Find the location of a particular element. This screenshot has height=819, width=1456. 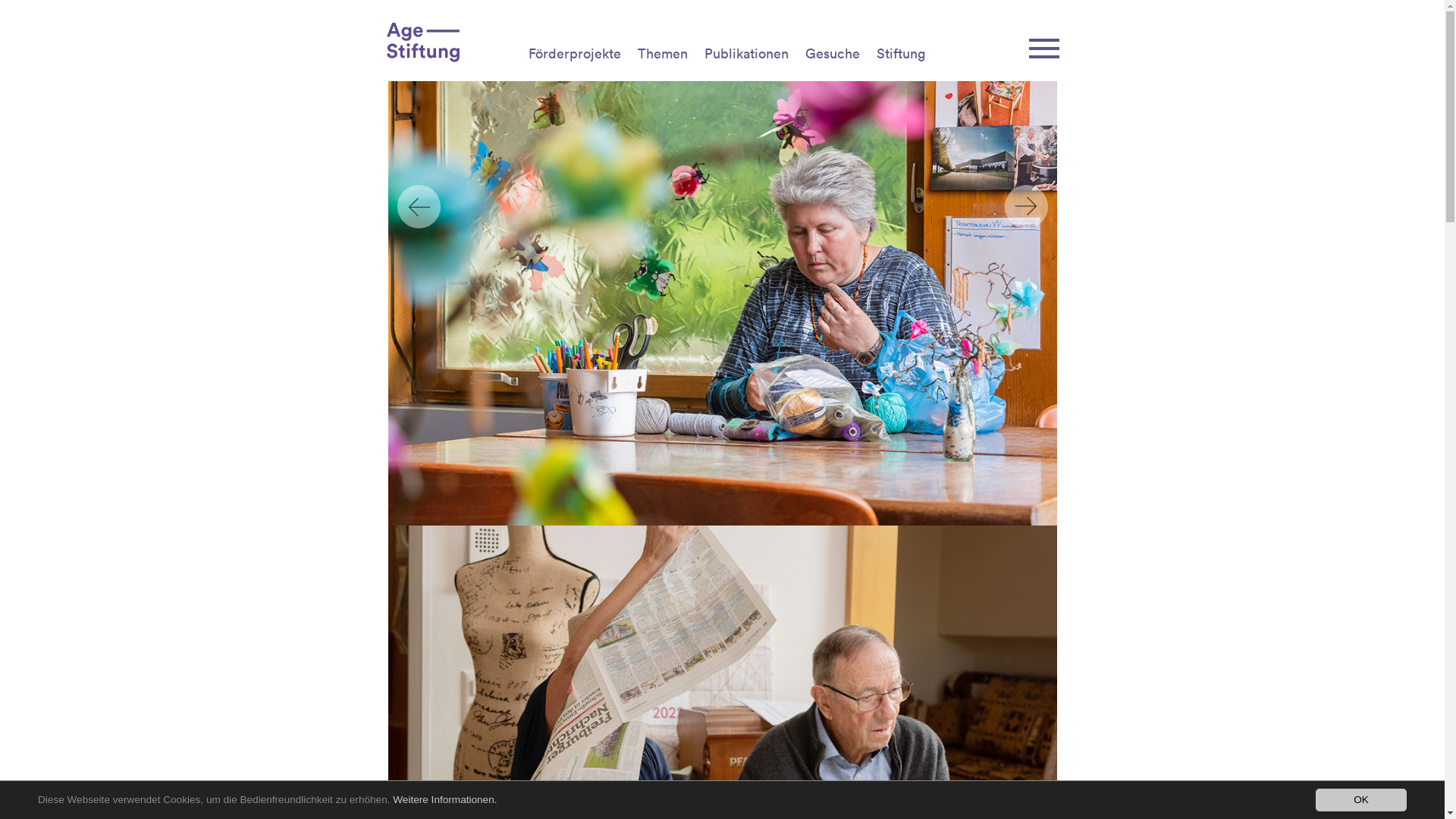

'Themen' is located at coordinates (662, 52).